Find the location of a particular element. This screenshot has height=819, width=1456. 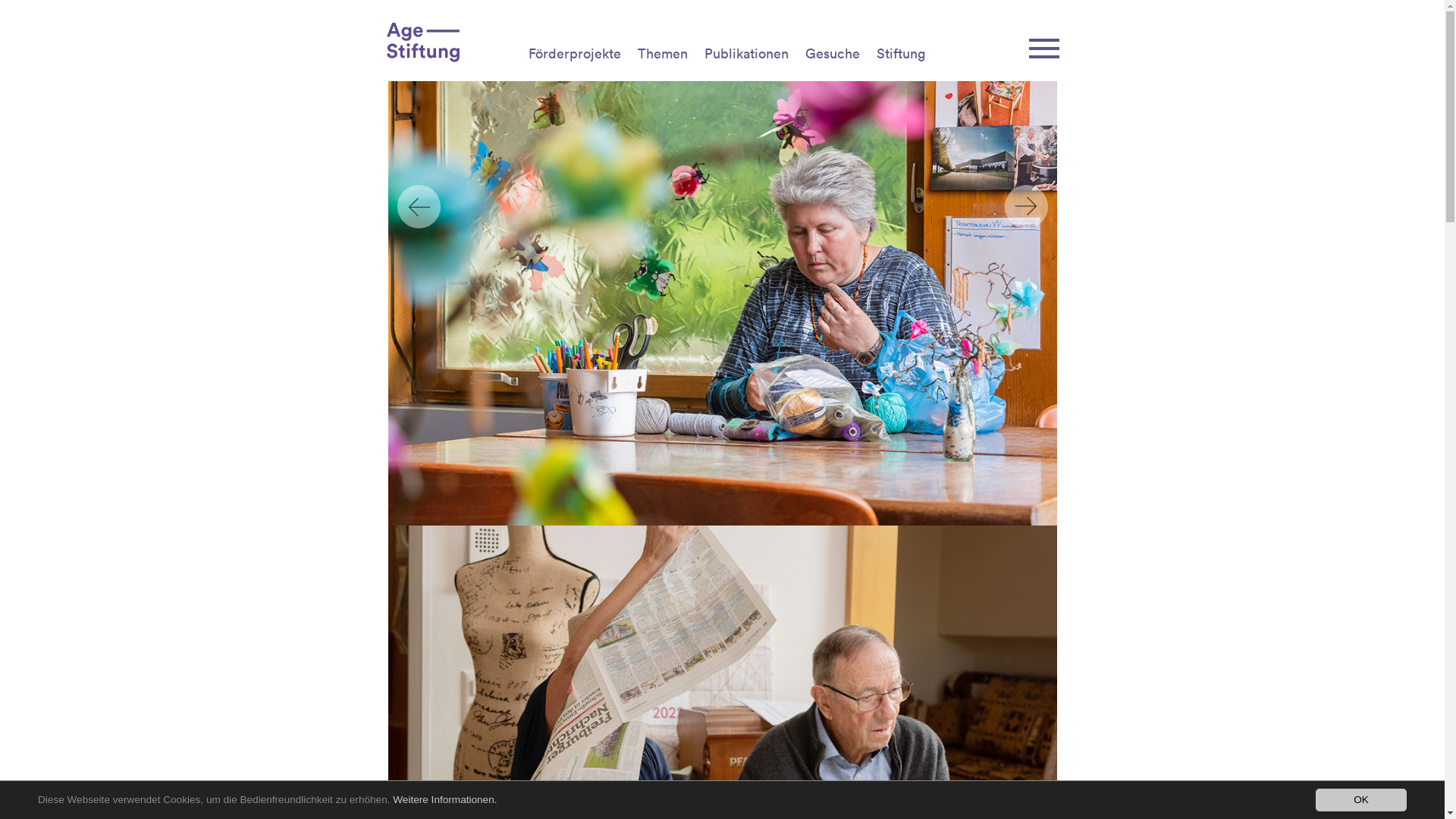

'Themen' is located at coordinates (662, 52).